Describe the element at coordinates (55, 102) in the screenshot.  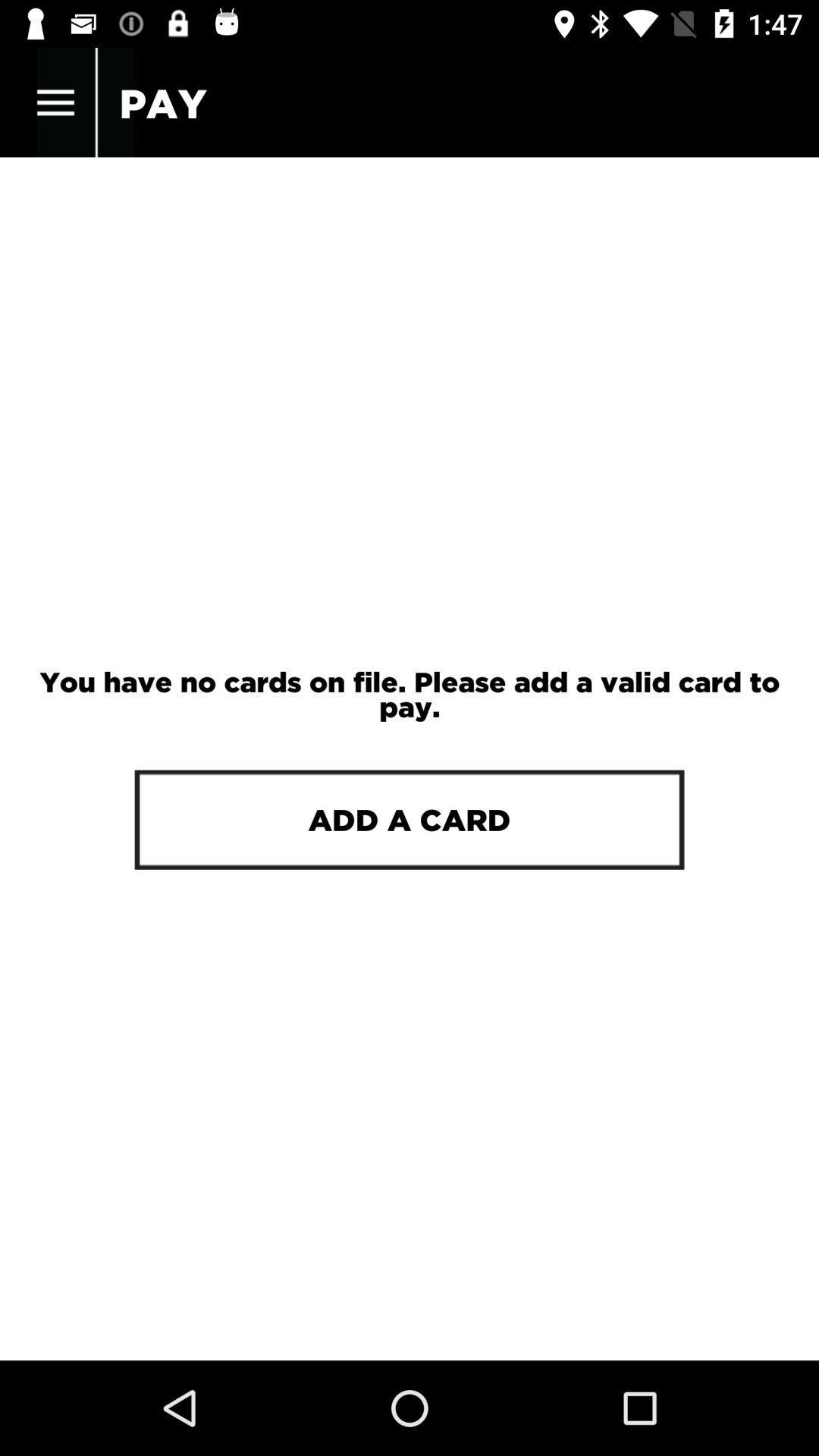
I see `the icon to the left of pay item` at that location.